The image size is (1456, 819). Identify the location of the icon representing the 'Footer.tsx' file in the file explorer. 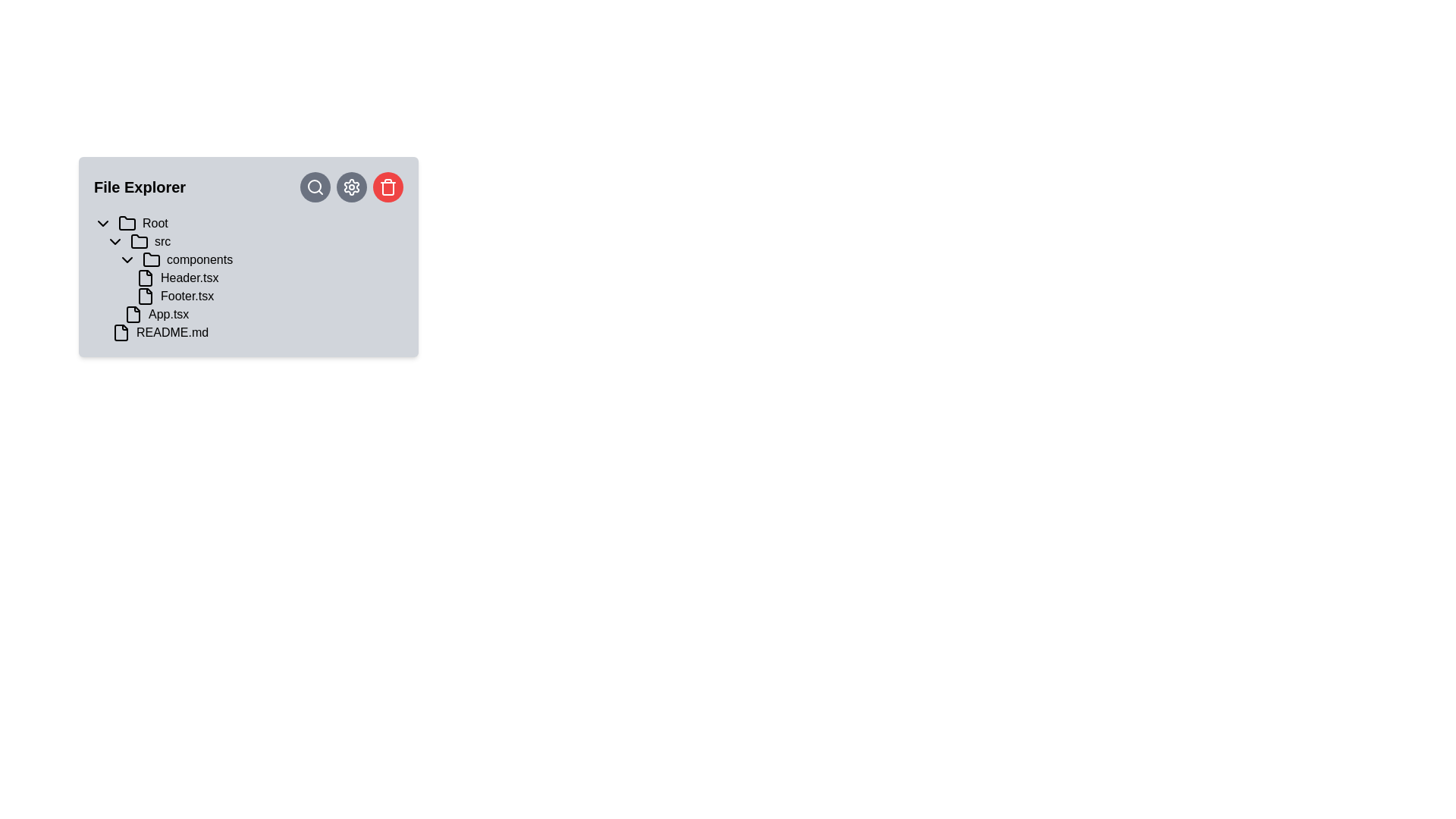
(146, 296).